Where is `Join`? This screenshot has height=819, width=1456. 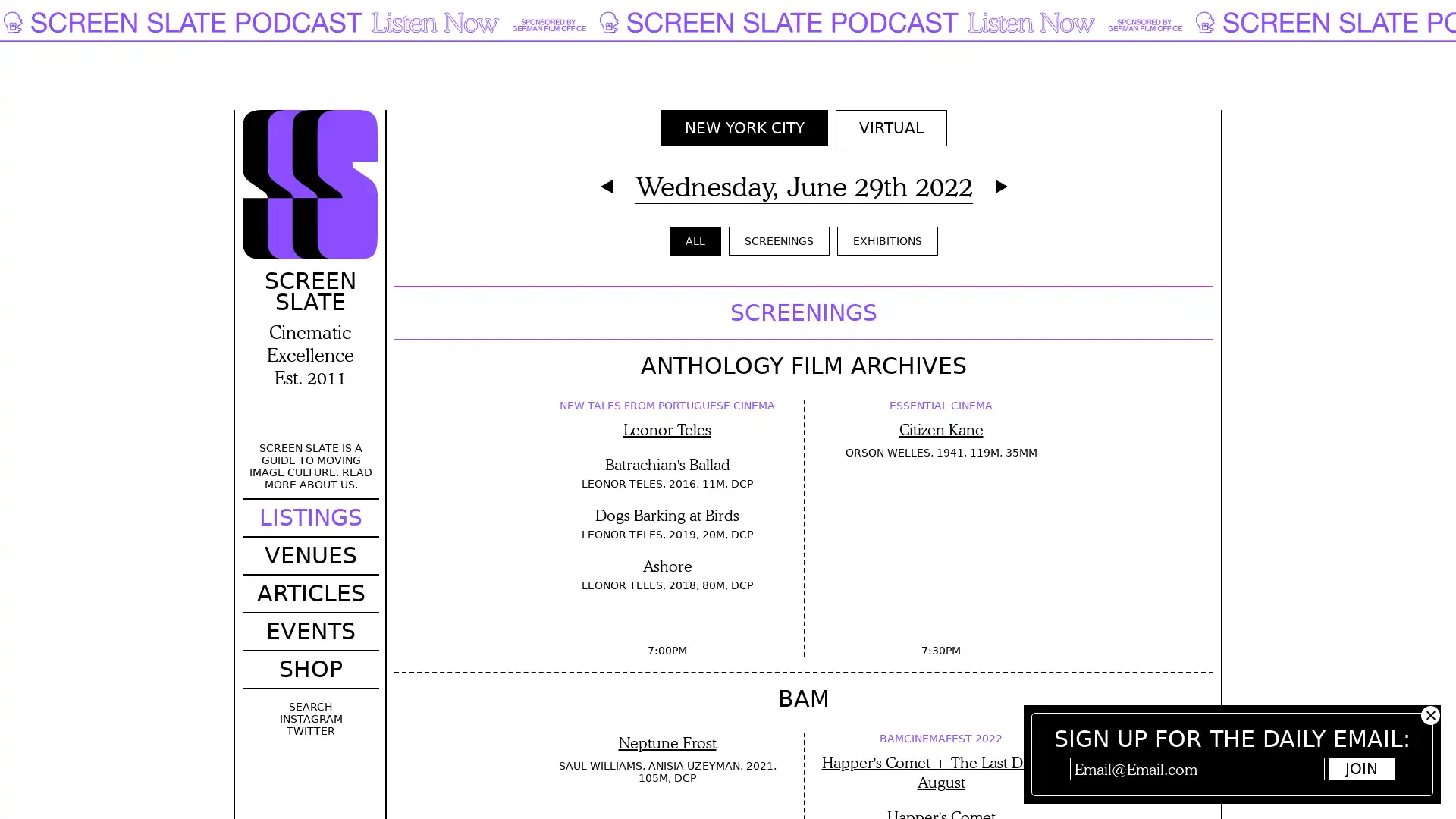
Join is located at coordinates (1361, 769).